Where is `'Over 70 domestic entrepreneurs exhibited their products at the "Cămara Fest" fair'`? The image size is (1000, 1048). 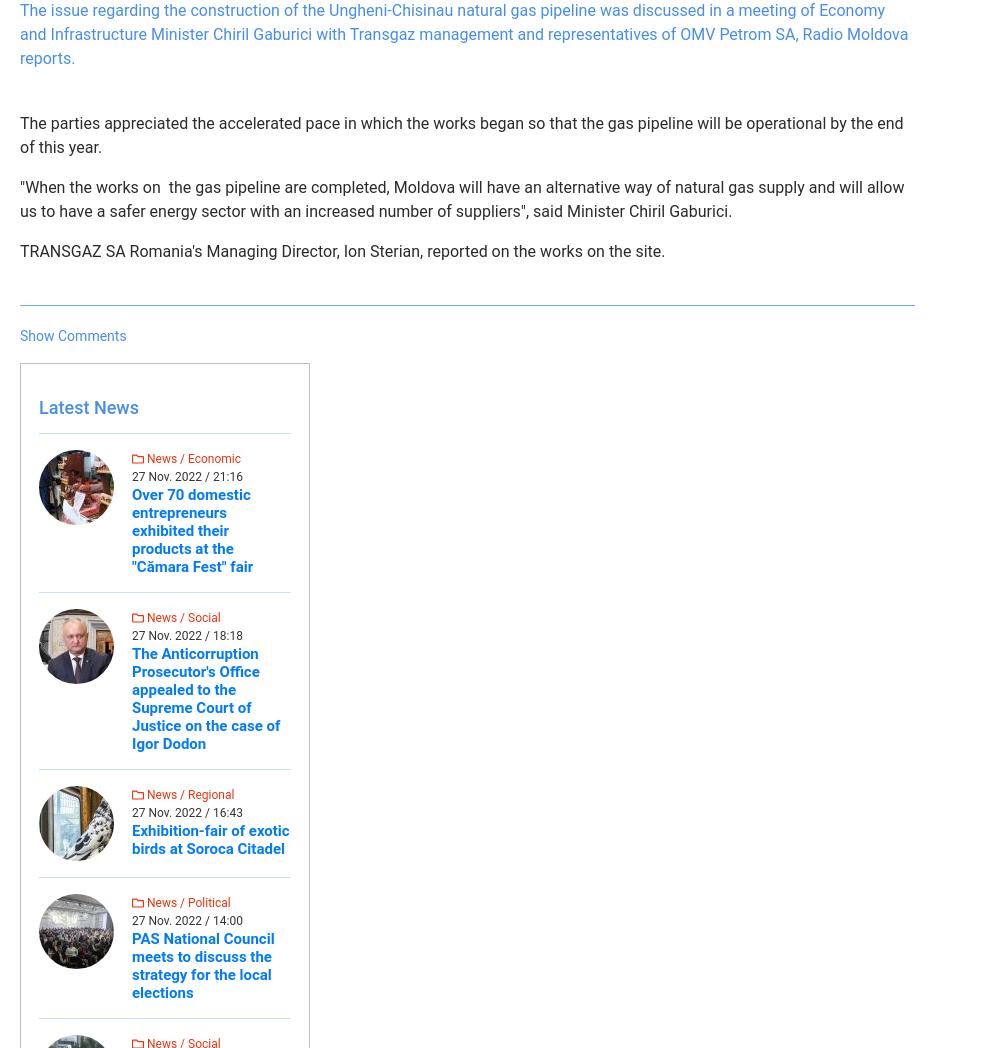 'Over 70 domestic entrepreneurs exhibited their products at the "Cămara Fest" fair' is located at coordinates (191, 530).